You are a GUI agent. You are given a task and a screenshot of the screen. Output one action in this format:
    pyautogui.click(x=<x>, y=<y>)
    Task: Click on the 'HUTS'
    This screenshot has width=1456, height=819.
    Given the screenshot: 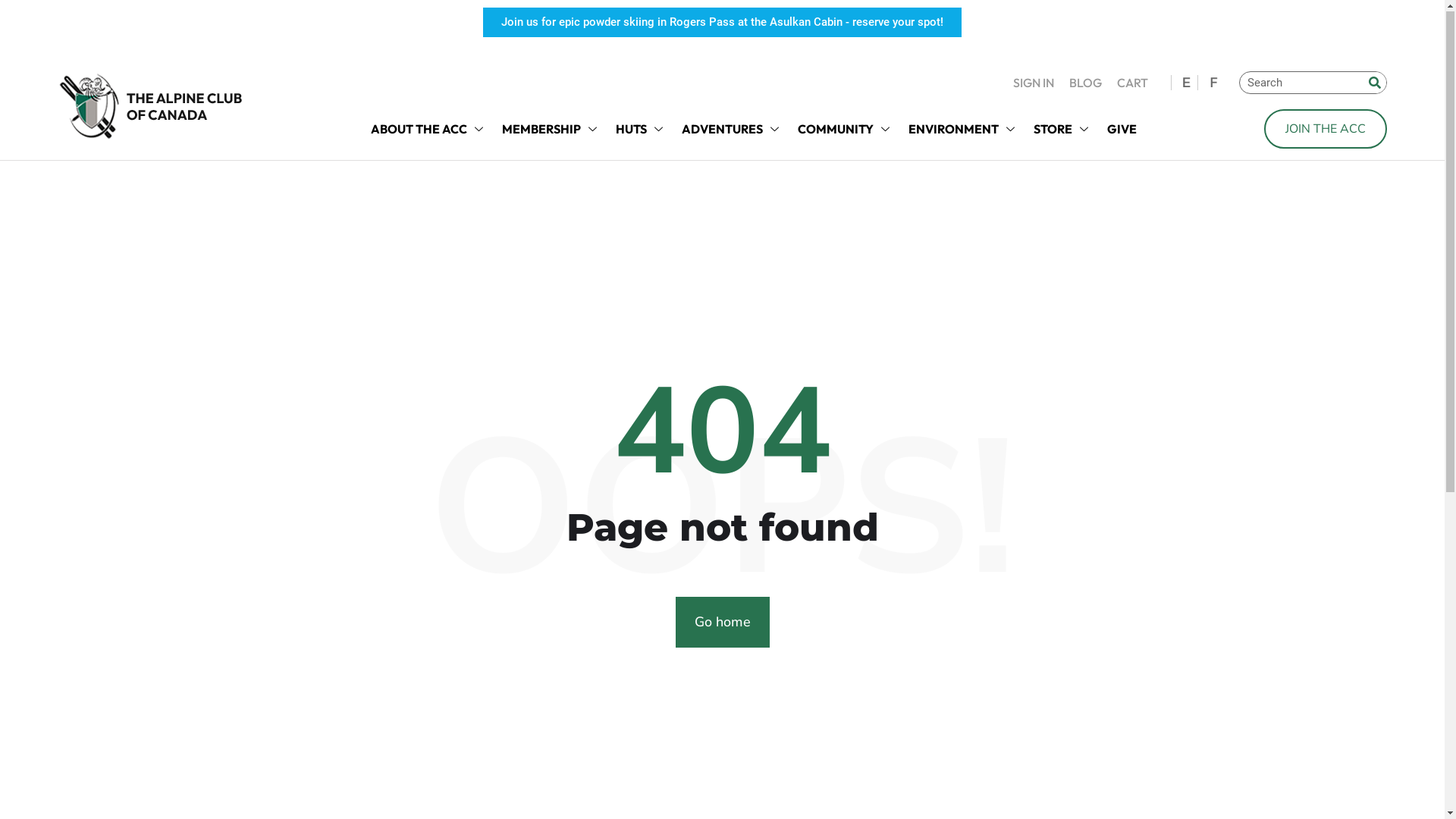 What is the action you would take?
    pyautogui.click(x=641, y=129)
    